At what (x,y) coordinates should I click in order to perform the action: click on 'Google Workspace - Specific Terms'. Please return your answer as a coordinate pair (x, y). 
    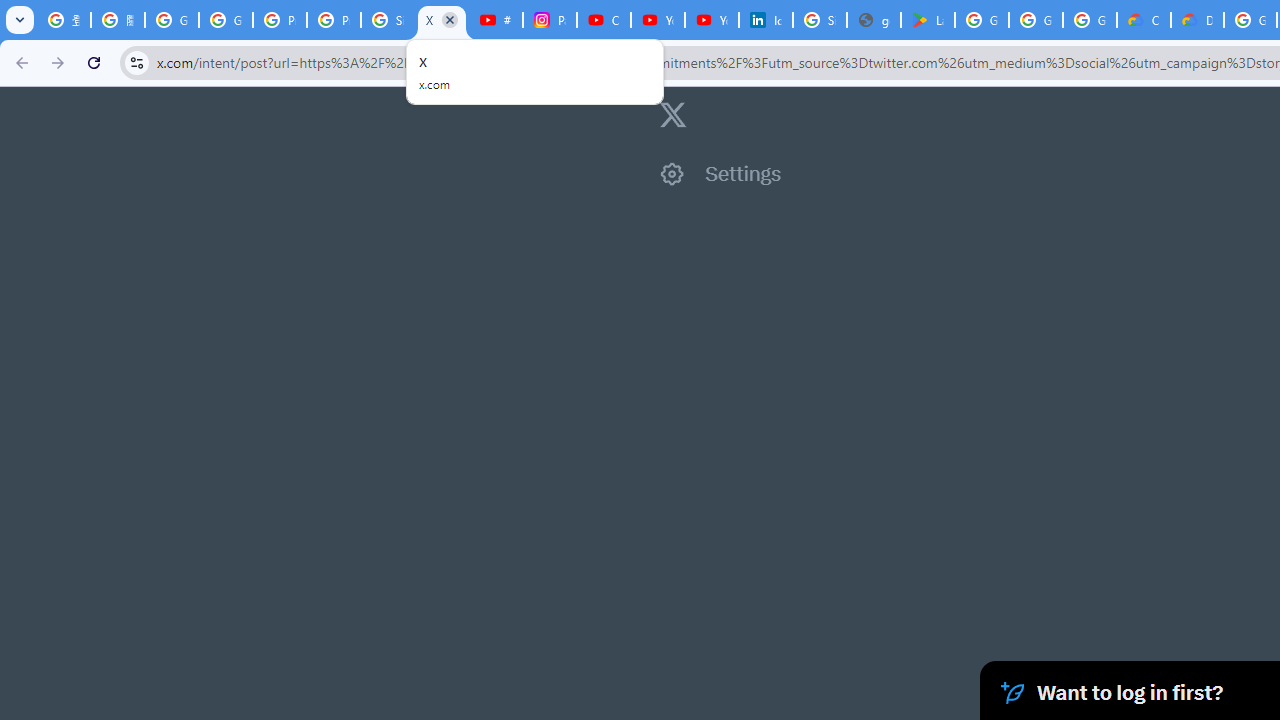
    Looking at the image, I should click on (1036, 20).